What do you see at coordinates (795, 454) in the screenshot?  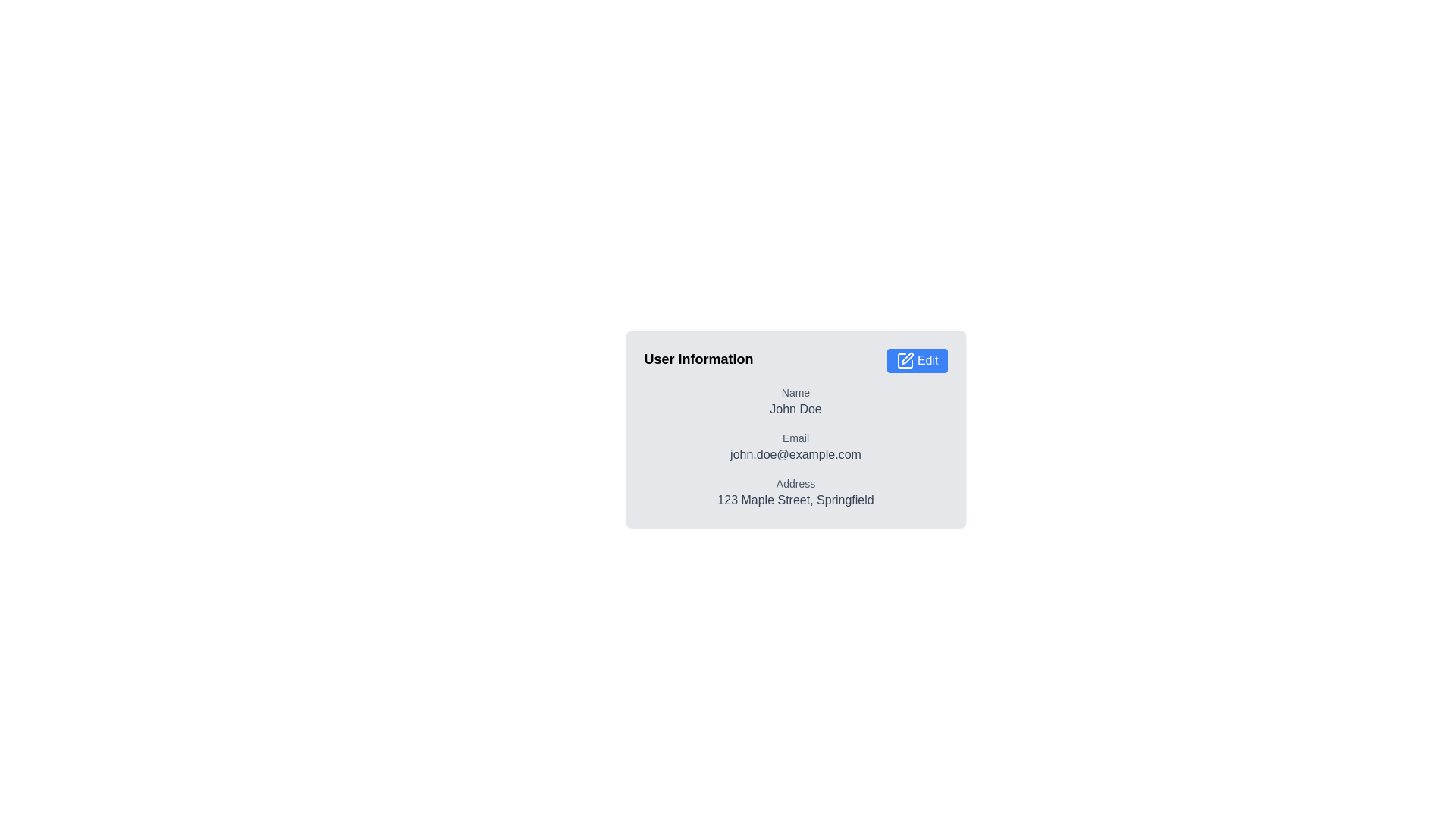 I see `the email address 'john.doe@example.com' displayed in the User Information section, which is centrally aligned below the 'Email' label` at bounding box center [795, 454].